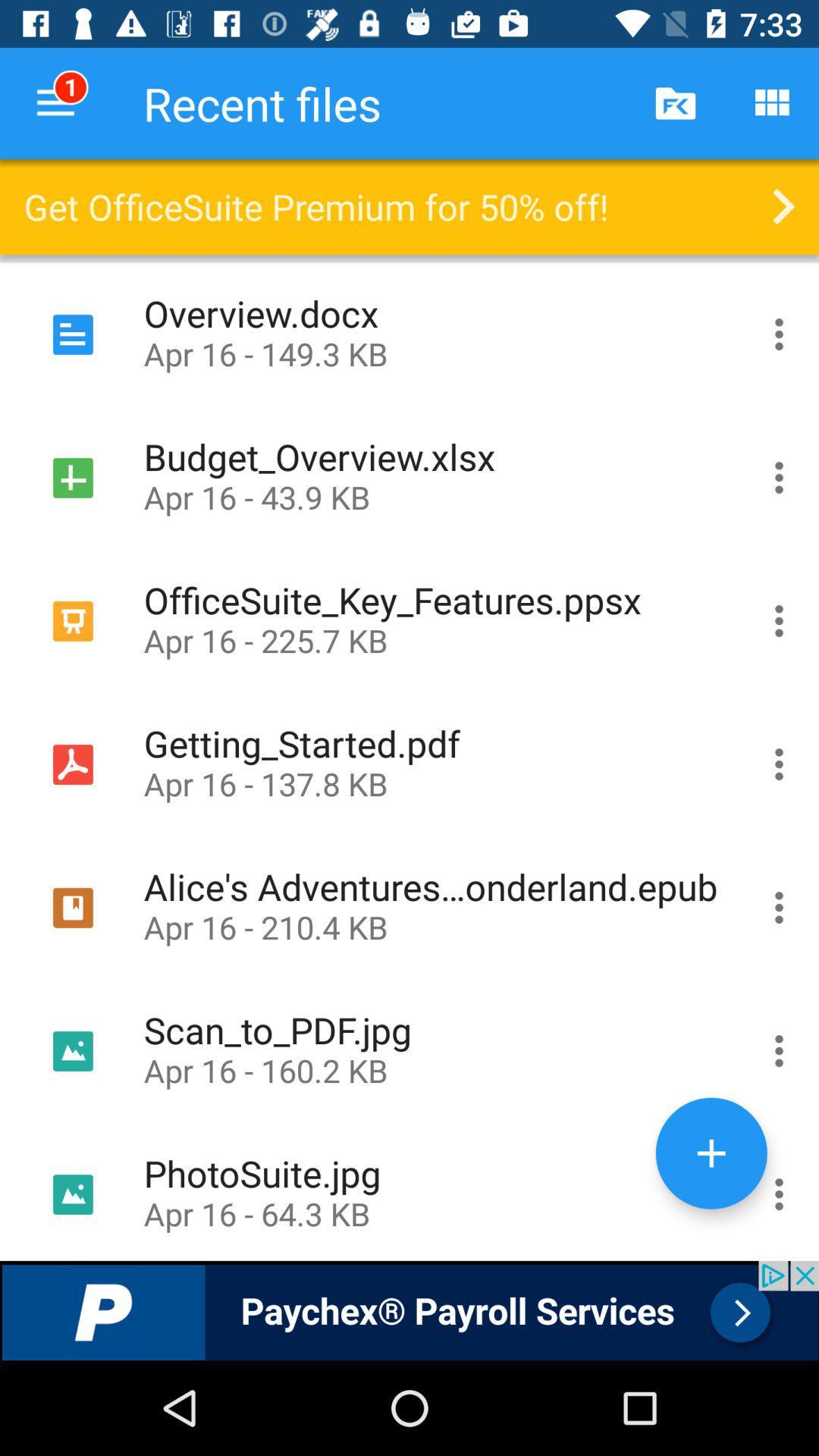 The width and height of the screenshot is (819, 1456). I want to click on open more option, so click(779, 764).